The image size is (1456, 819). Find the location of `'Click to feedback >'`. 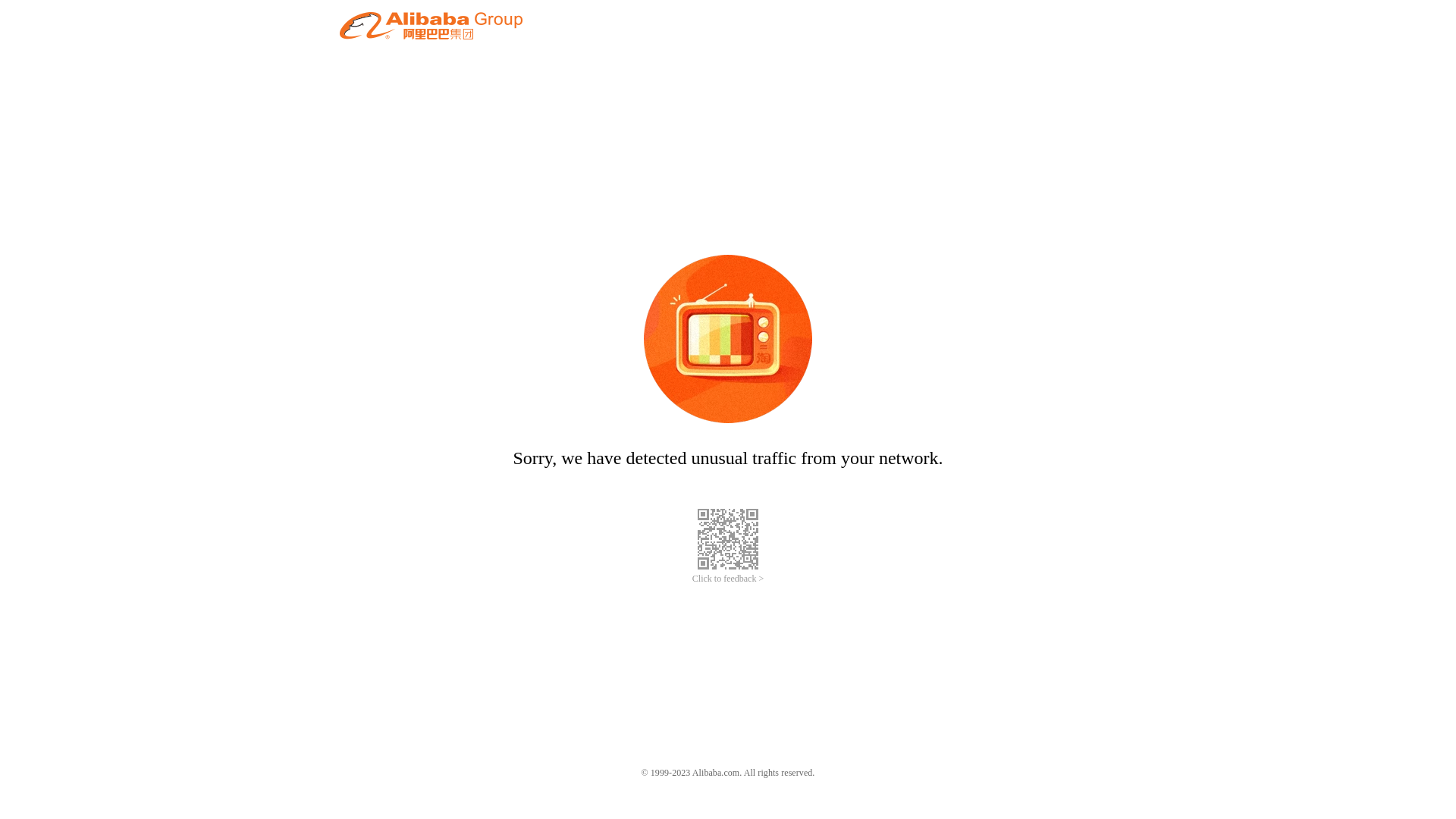

'Click to feedback >' is located at coordinates (728, 579).